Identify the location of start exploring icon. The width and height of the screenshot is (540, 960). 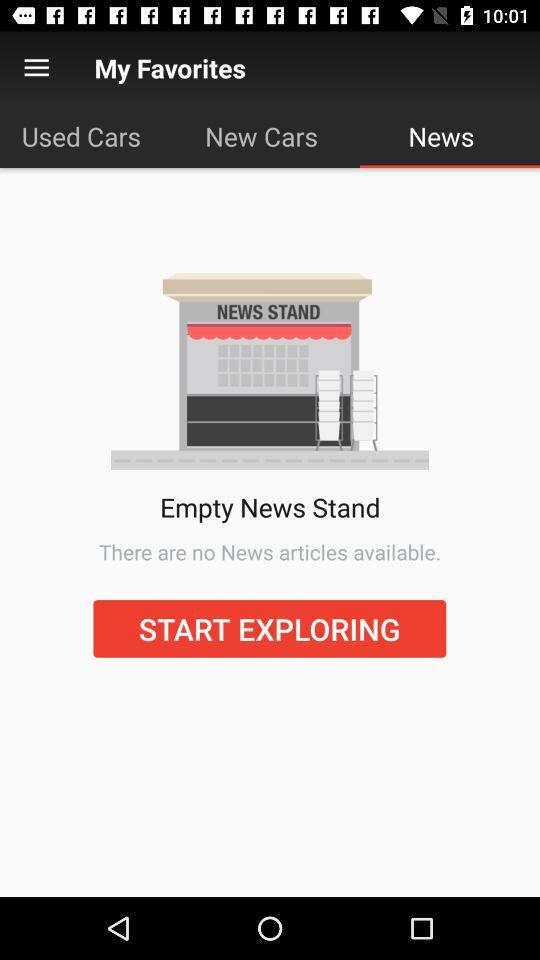
(269, 627).